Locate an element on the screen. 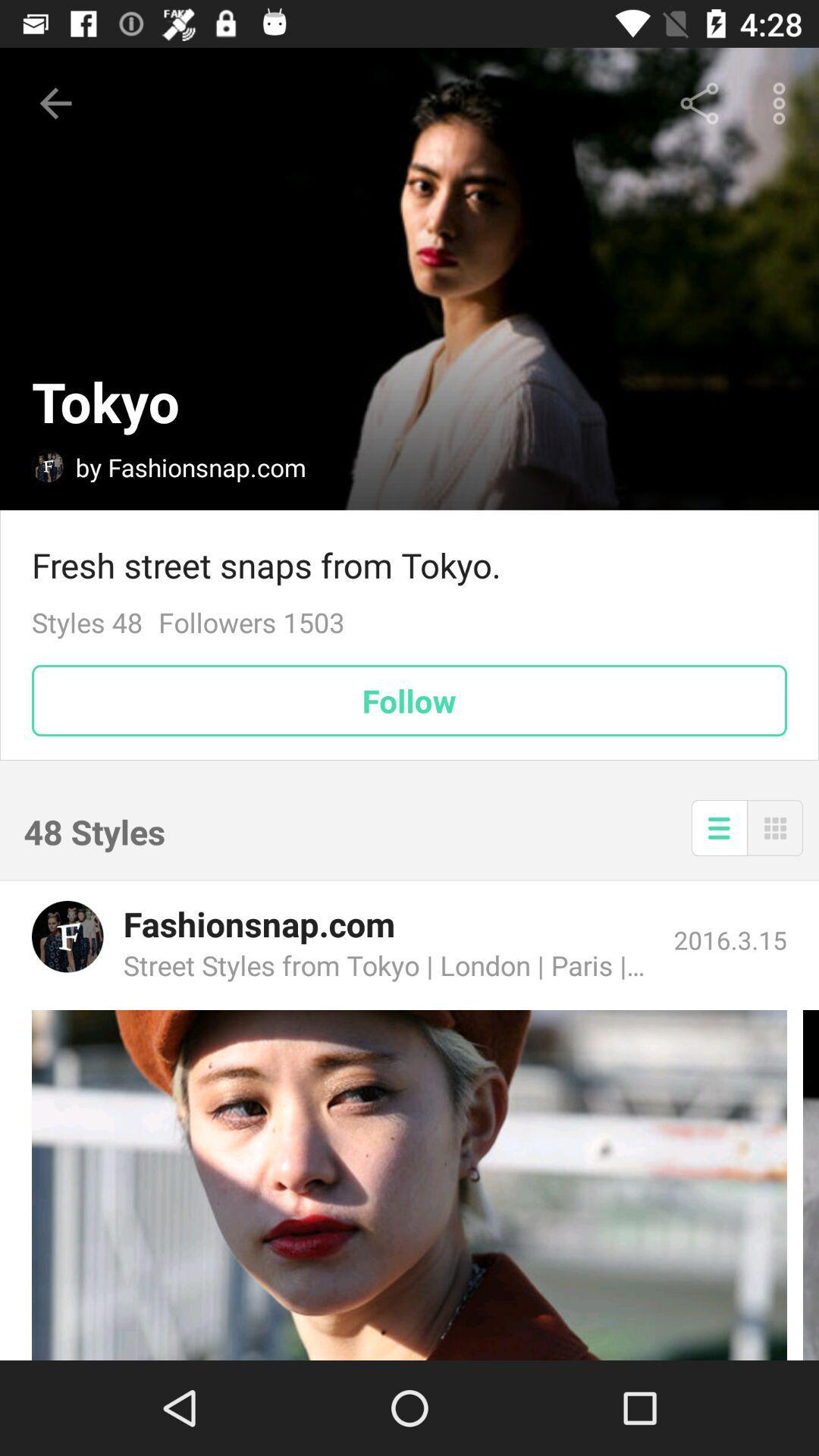 The height and width of the screenshot is (1456, 819). change grid is located at coordinates (775, 827).